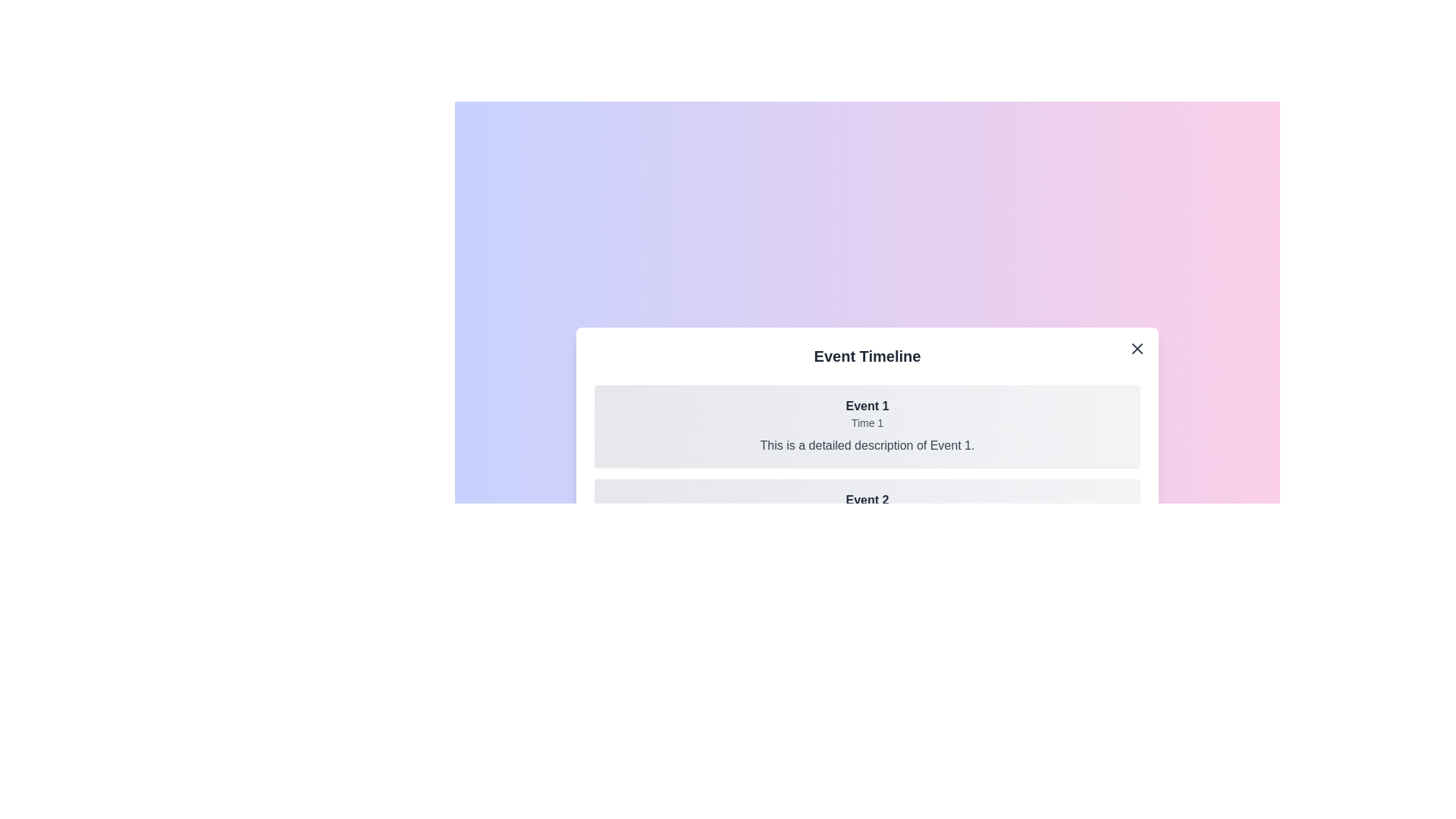  Describe the element at coordinates (1137, 348) in the screenshot. I see `'X' button in the top-right corner of the dialog to close it` at that location.